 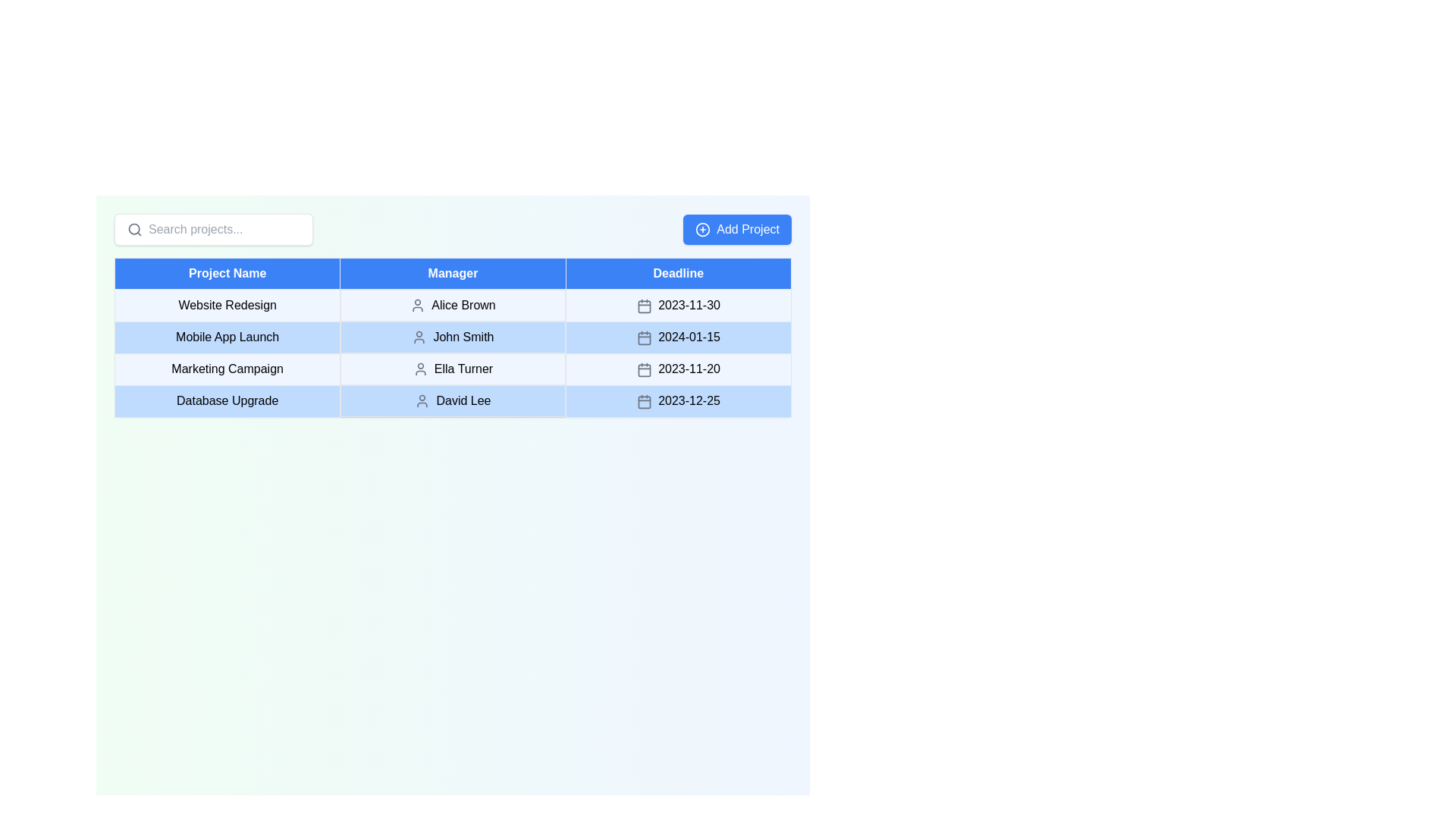 I want to click on text from the 'Project Name' label, which is a rectangular label with white text on a bold blue background, located in the header row of the table, so click(x=227, y=274).